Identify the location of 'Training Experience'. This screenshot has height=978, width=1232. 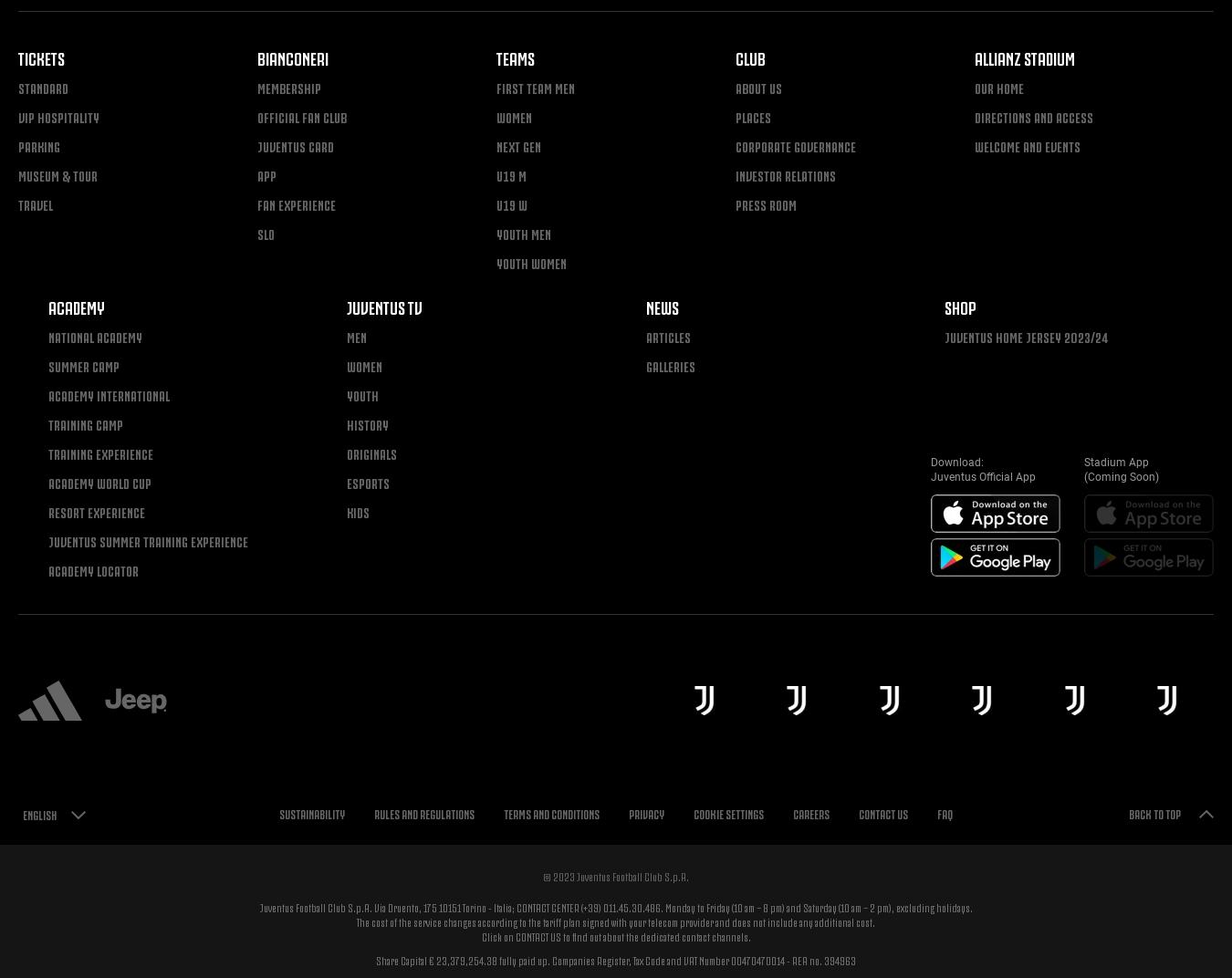
(46, 453).